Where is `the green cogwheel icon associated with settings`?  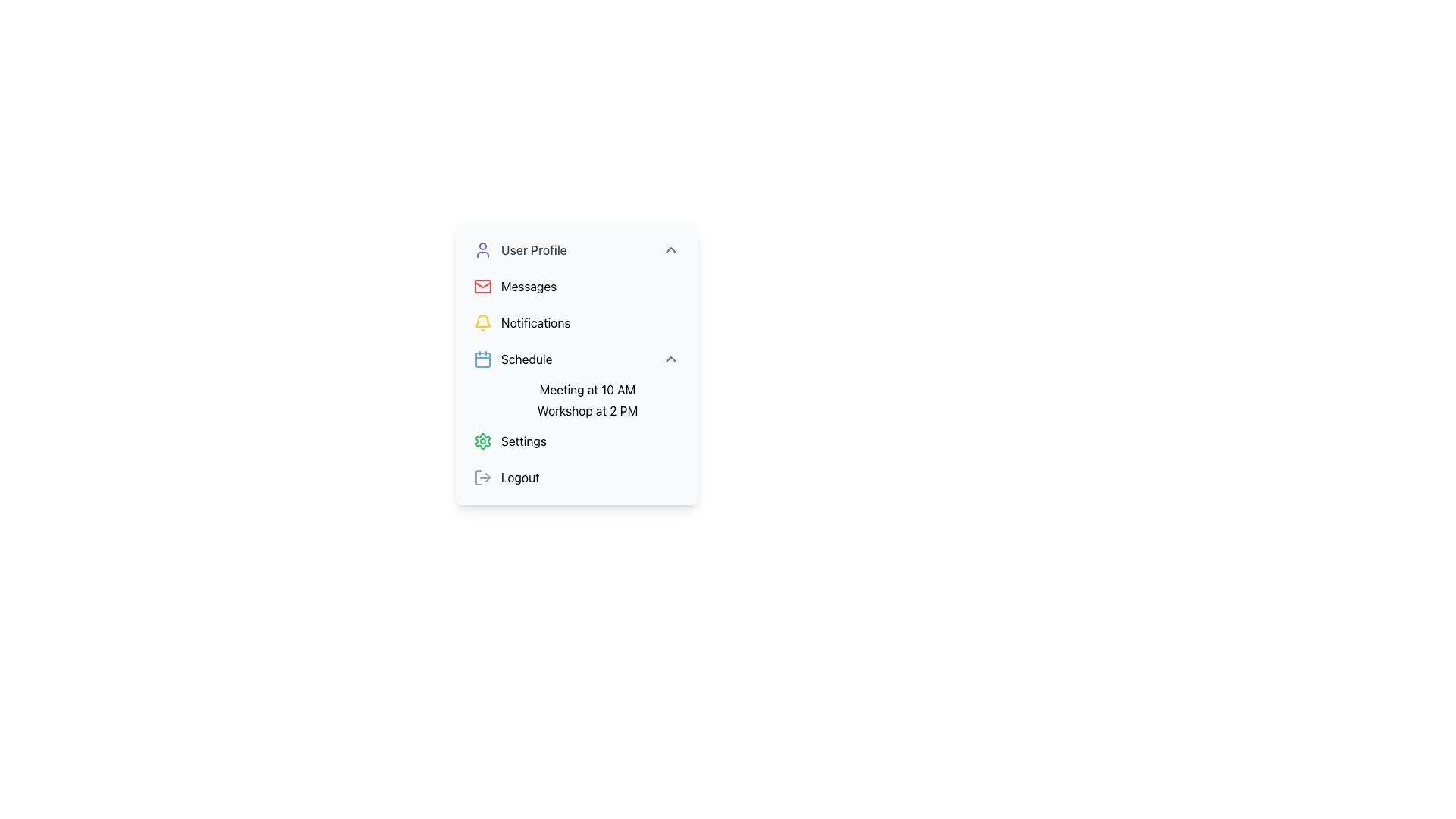
the green cogwheel icon associated with settings is located at coordinates (482, 441).